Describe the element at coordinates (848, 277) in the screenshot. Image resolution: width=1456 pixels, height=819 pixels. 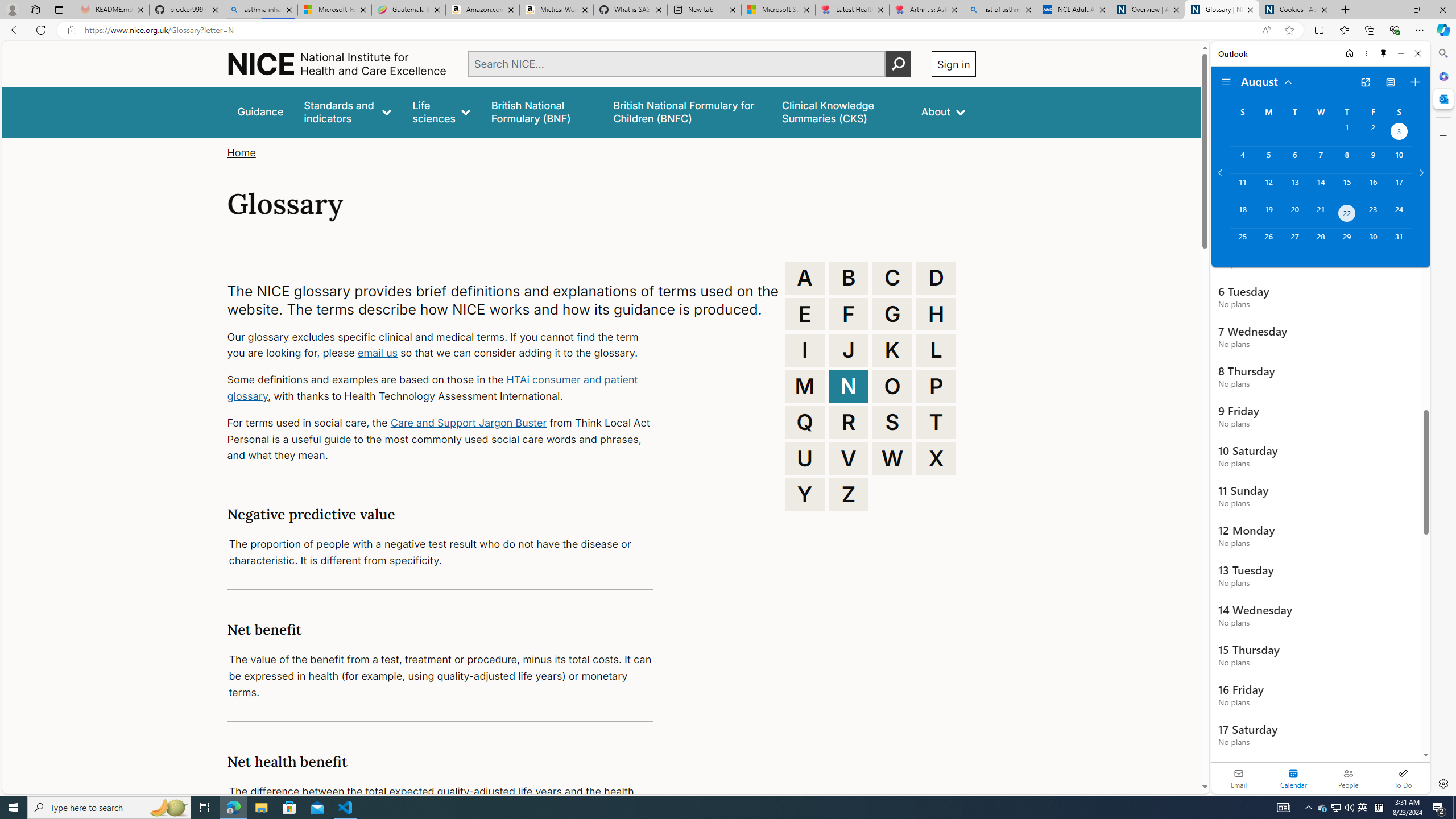
I see `'B'` at that location.